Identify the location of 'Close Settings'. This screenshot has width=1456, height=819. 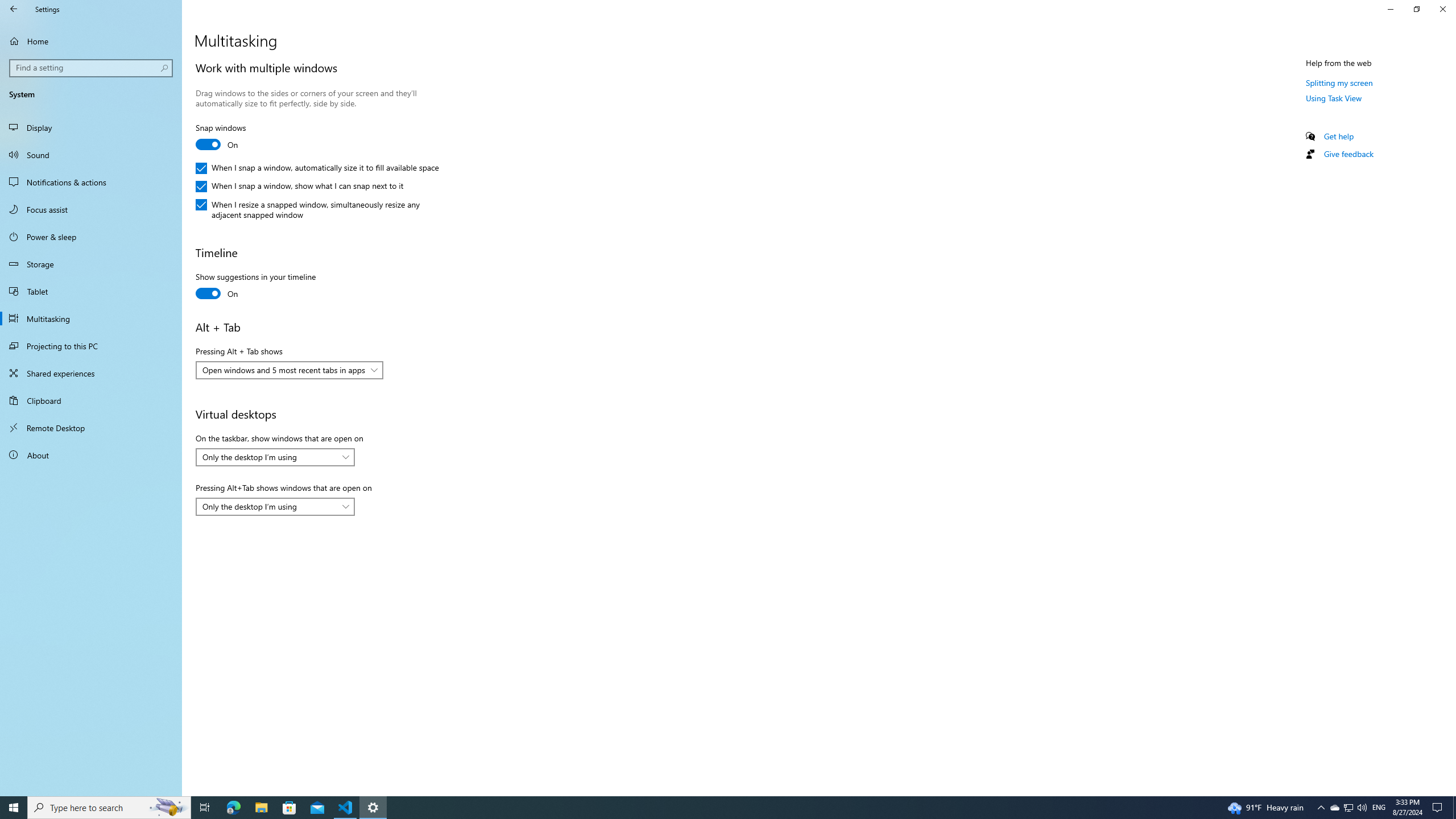
(1442, 9).